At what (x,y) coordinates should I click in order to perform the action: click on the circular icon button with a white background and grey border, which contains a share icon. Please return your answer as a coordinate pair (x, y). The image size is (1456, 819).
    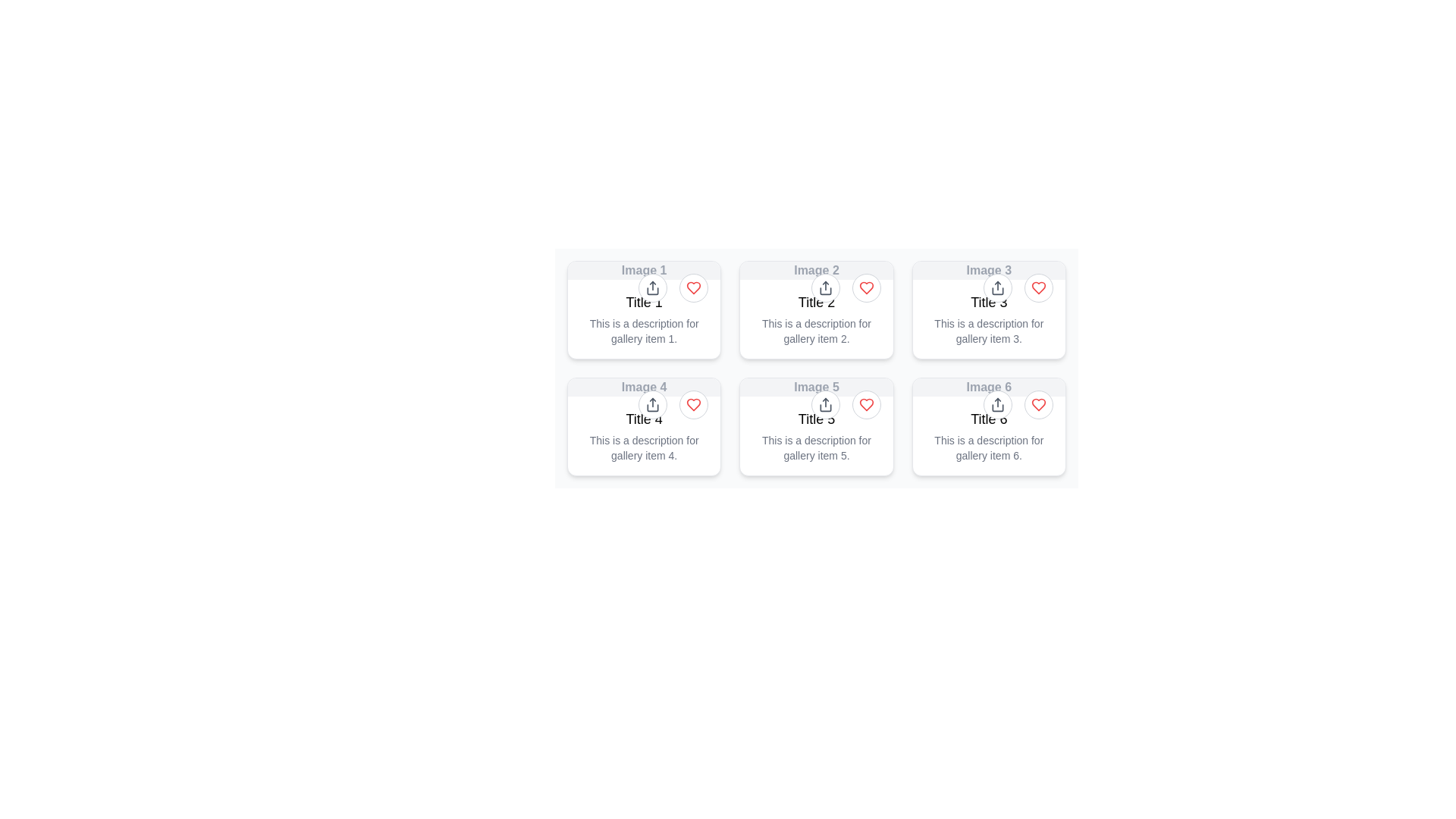
    Looking at the image, I should click on (653, 288).